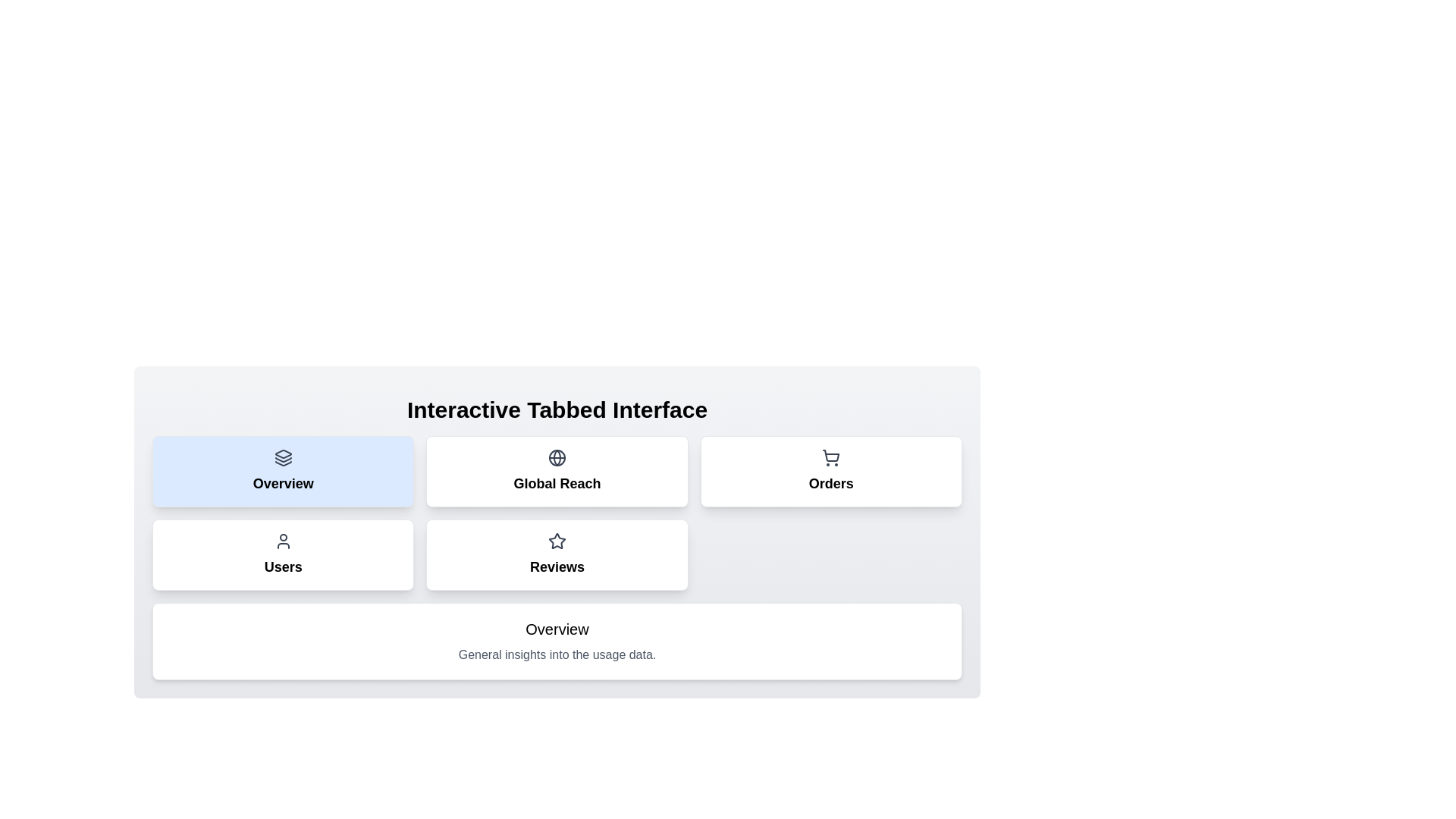 This screenshot has height=819, width=1456. Describe the element at coordinates (283, 555) in the screenshot. I see `the tab labeled Users` at that location.